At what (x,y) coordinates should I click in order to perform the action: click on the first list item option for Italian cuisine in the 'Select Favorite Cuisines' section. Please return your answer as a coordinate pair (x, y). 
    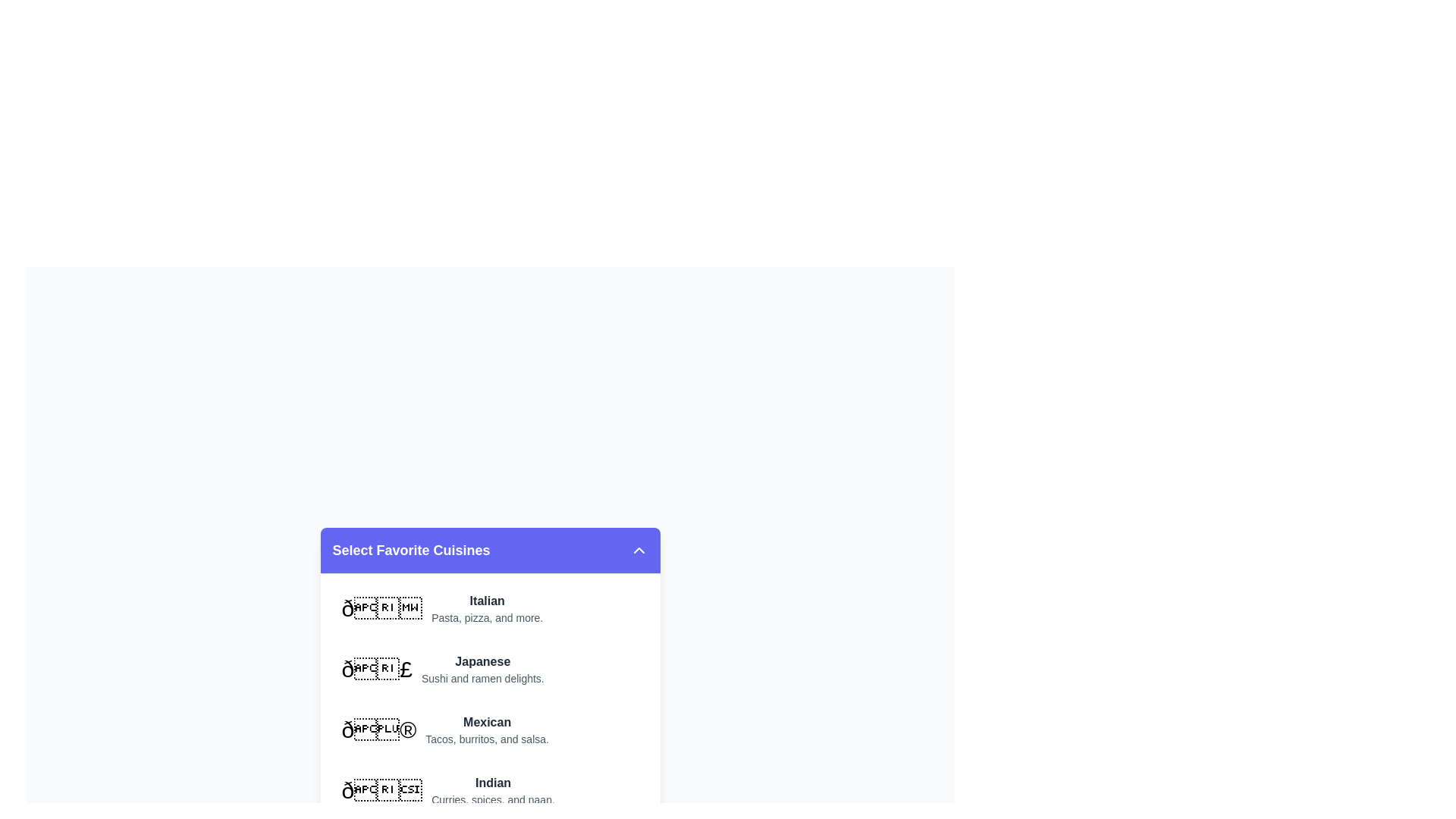
    Looking at the image, I should click on (490, 607).